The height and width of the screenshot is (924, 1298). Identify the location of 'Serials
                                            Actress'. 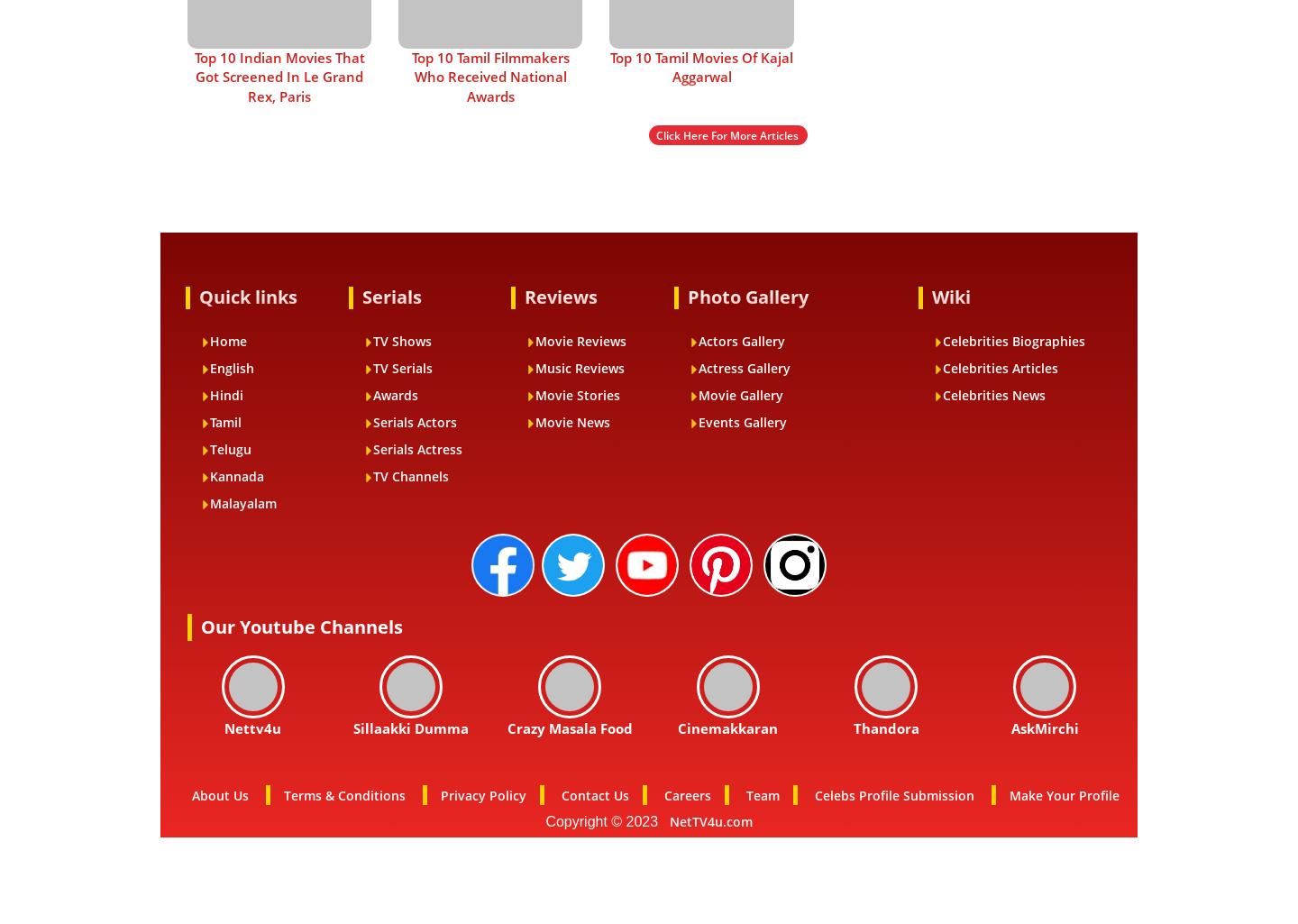
(416, 448).